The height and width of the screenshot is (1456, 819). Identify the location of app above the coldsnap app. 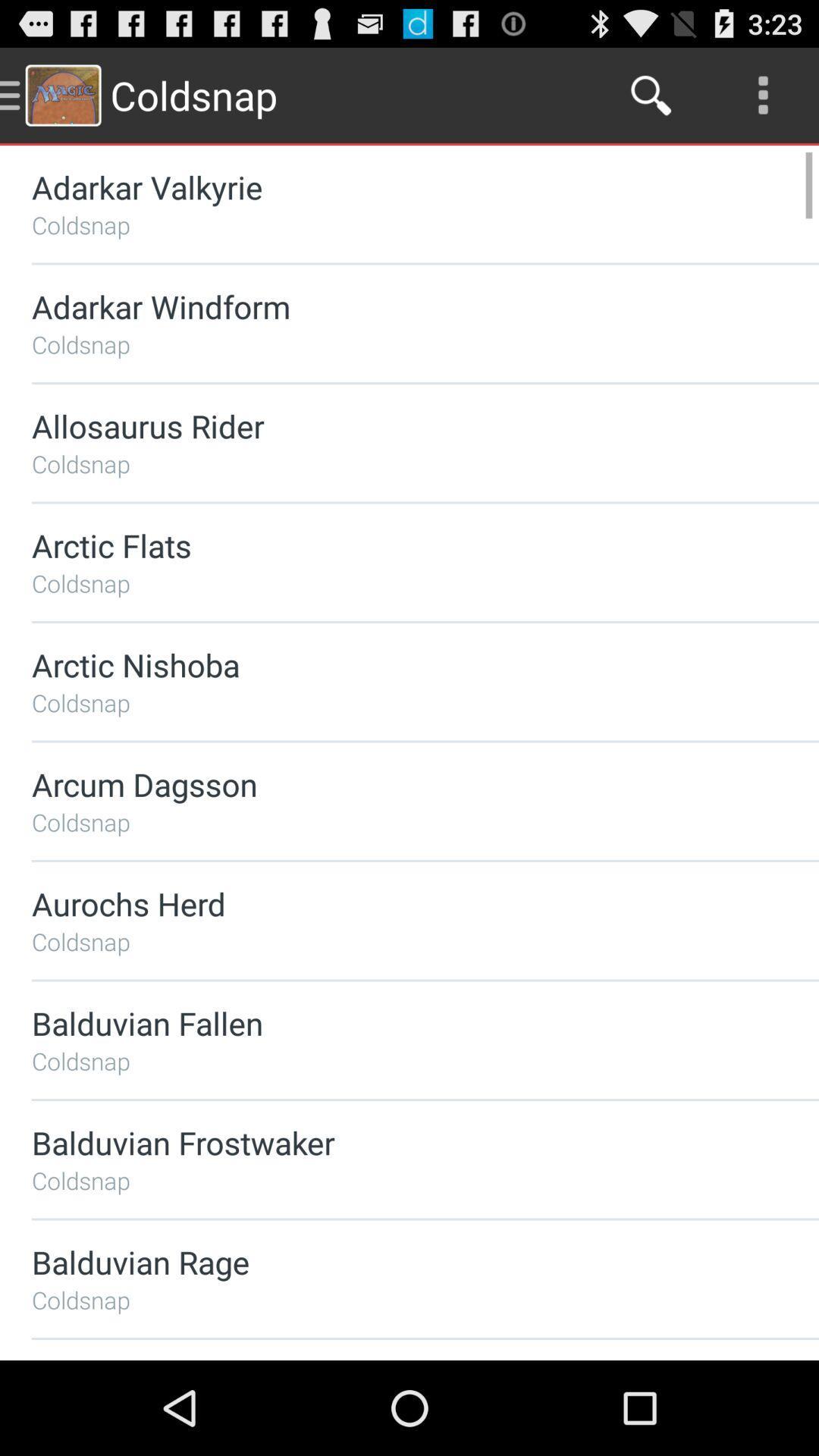
(384, 903).